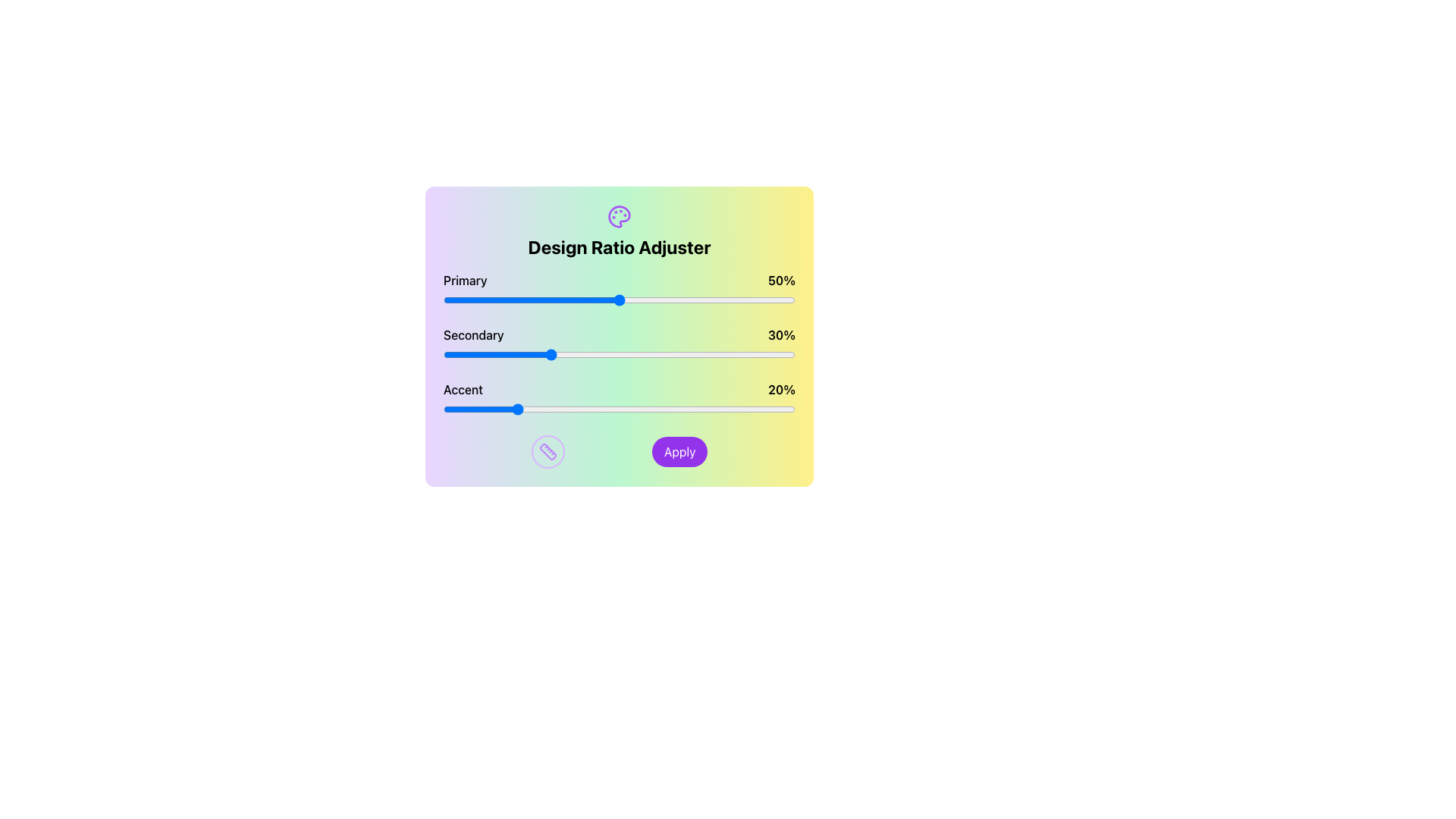 The height and width of the screenshot is (819, 1456). Describe the element at coordinates (619, 216) in the screenshot. I see `the palette icon, which is a purple elliptical shape with a hollow bottom-right area and small circles inside, located at the center-top of the gradient background box above the 'Design Ratio Adjuster' heading` at that location.